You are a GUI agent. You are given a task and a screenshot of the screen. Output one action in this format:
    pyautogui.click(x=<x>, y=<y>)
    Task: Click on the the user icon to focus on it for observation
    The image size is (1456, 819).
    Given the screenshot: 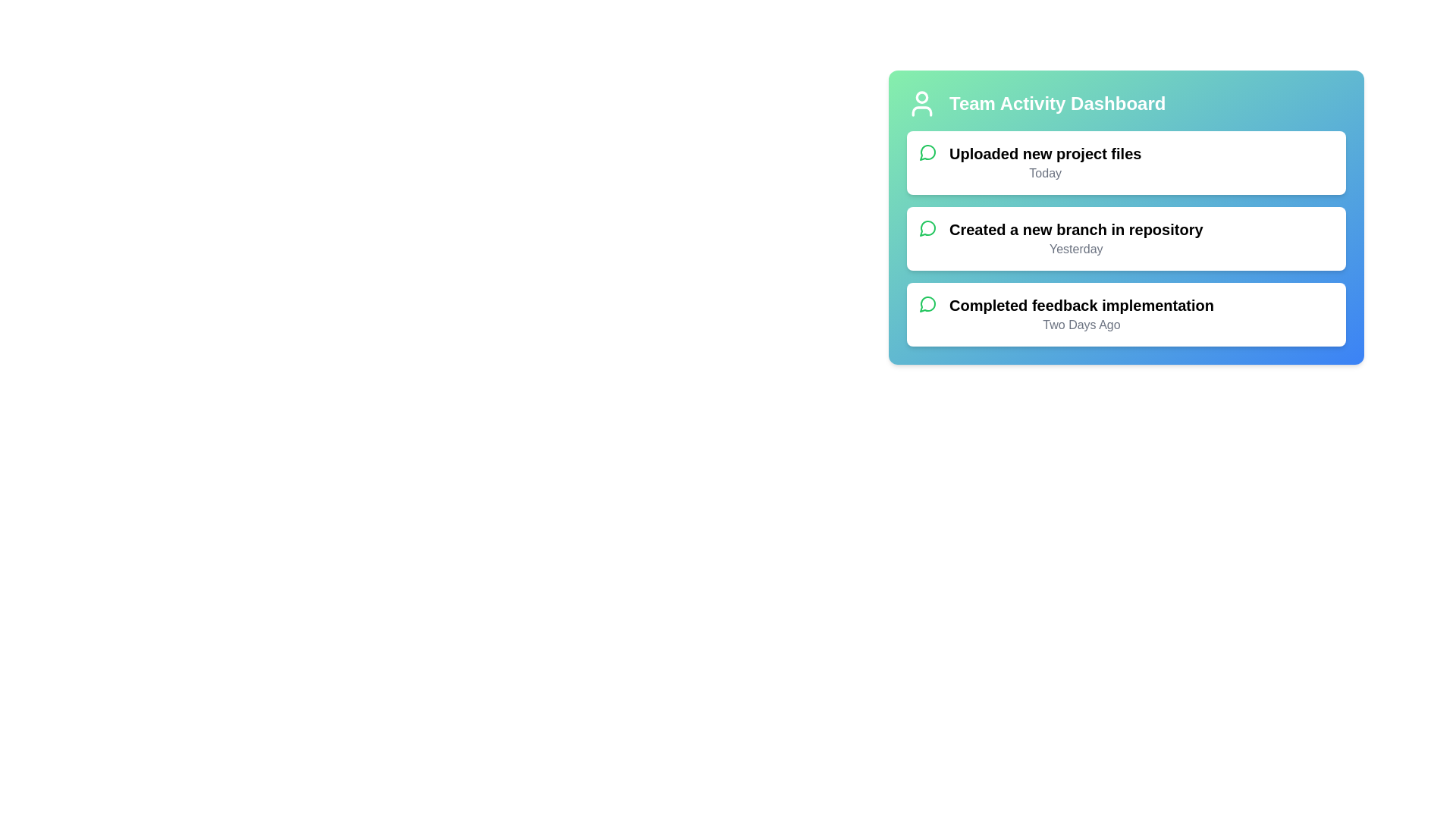 What is the action you would take?
    pyautogui.click(x=921, y=103)
    